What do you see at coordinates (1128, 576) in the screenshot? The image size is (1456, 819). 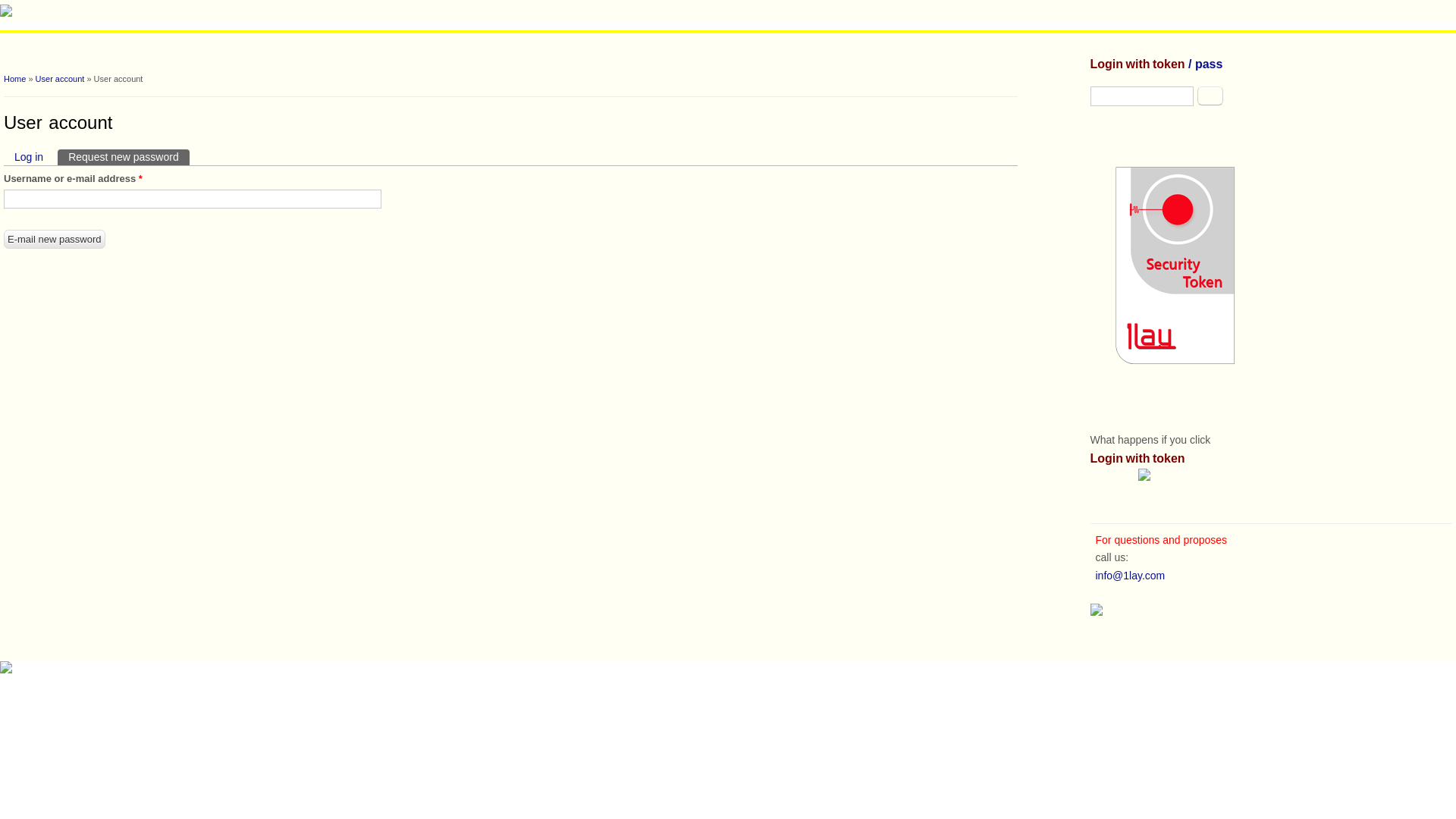 I see `'info@1lay.com'` at bounding box center [1128, 576].